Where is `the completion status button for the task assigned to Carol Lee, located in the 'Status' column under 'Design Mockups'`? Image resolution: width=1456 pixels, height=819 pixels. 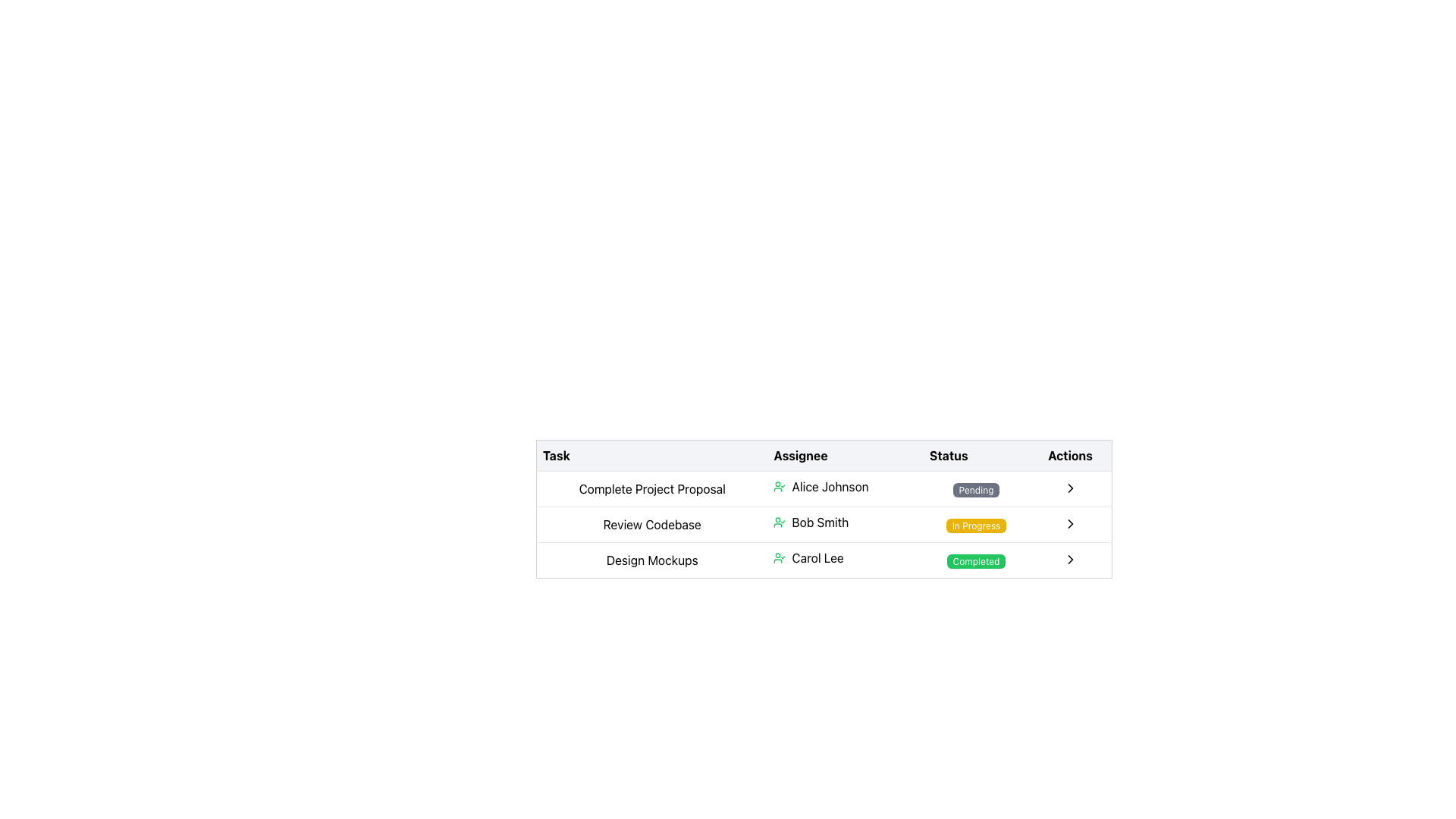 the completion status button for the task assigned to Carol Lee, located in the 'Status' column under 'Design Mockups' is located at coordinates (976, 560).